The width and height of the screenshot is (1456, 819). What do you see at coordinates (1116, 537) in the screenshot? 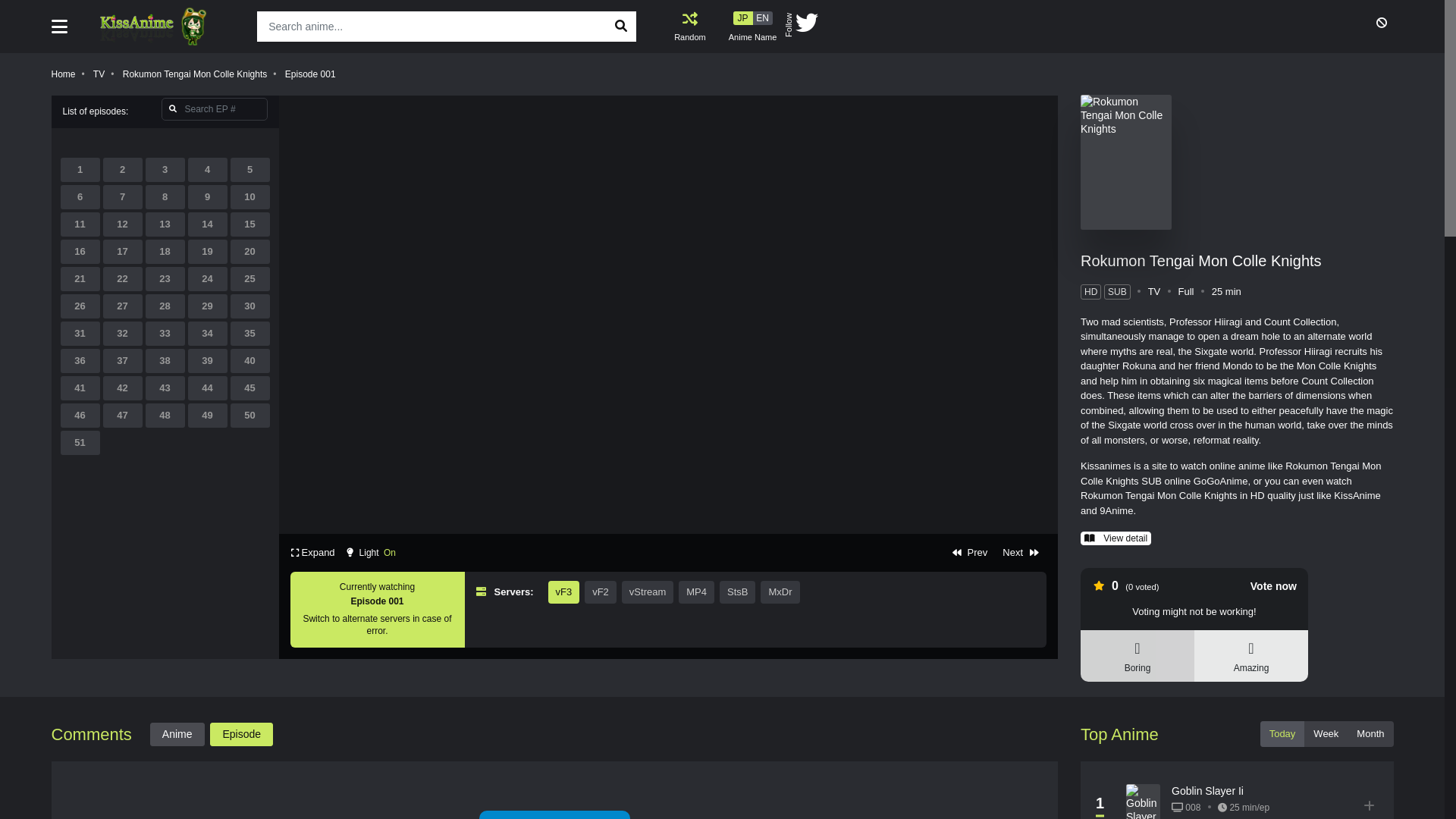
I see `'View detail'` at bounding box center [1116, 537].